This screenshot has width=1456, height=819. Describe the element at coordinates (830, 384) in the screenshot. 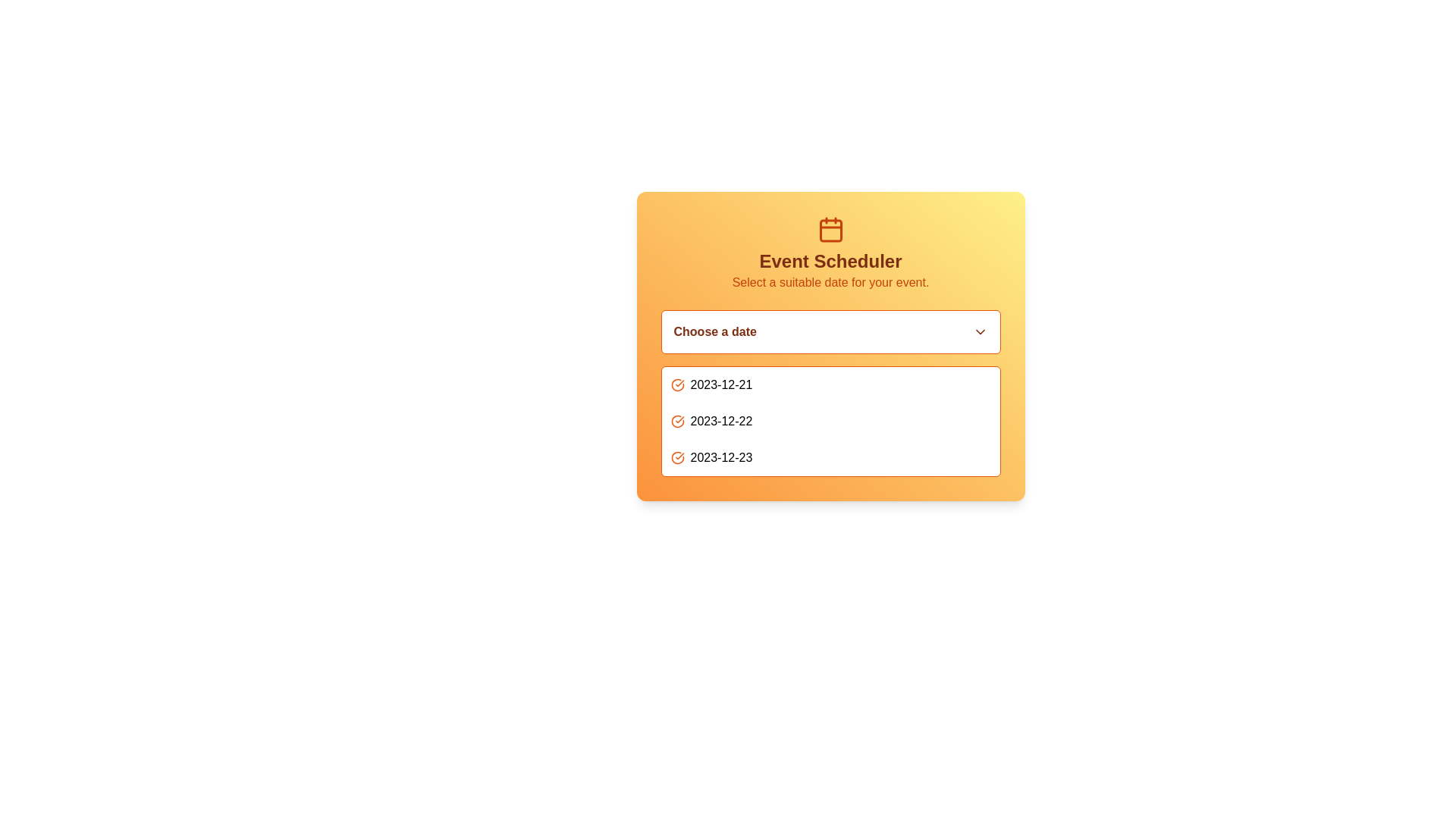

I see `the selectable list item displaying the date '2023-12-21'` at that location.